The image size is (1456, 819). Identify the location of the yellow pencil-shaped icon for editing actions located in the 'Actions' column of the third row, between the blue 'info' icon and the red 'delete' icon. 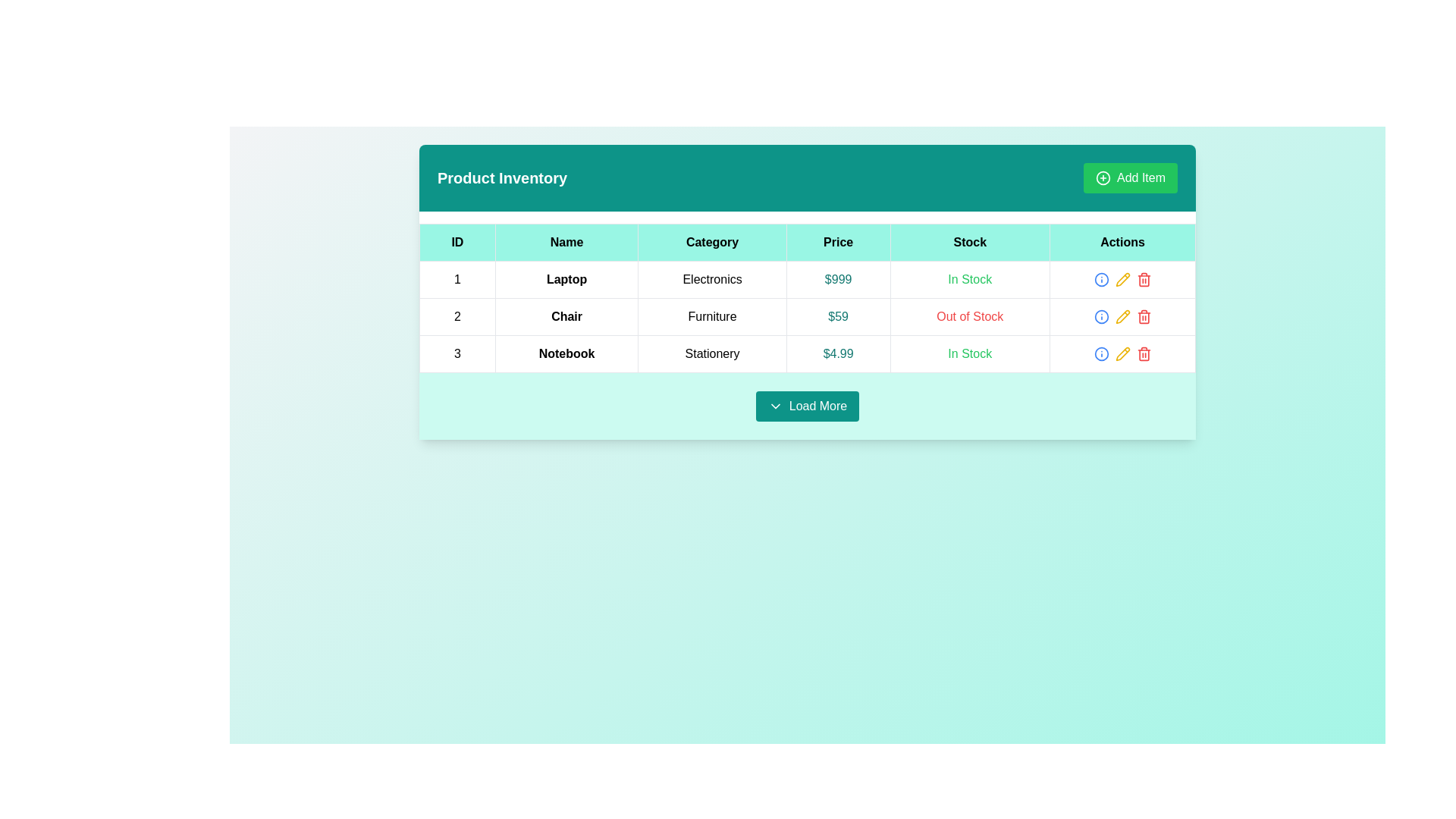
(1122, 280).